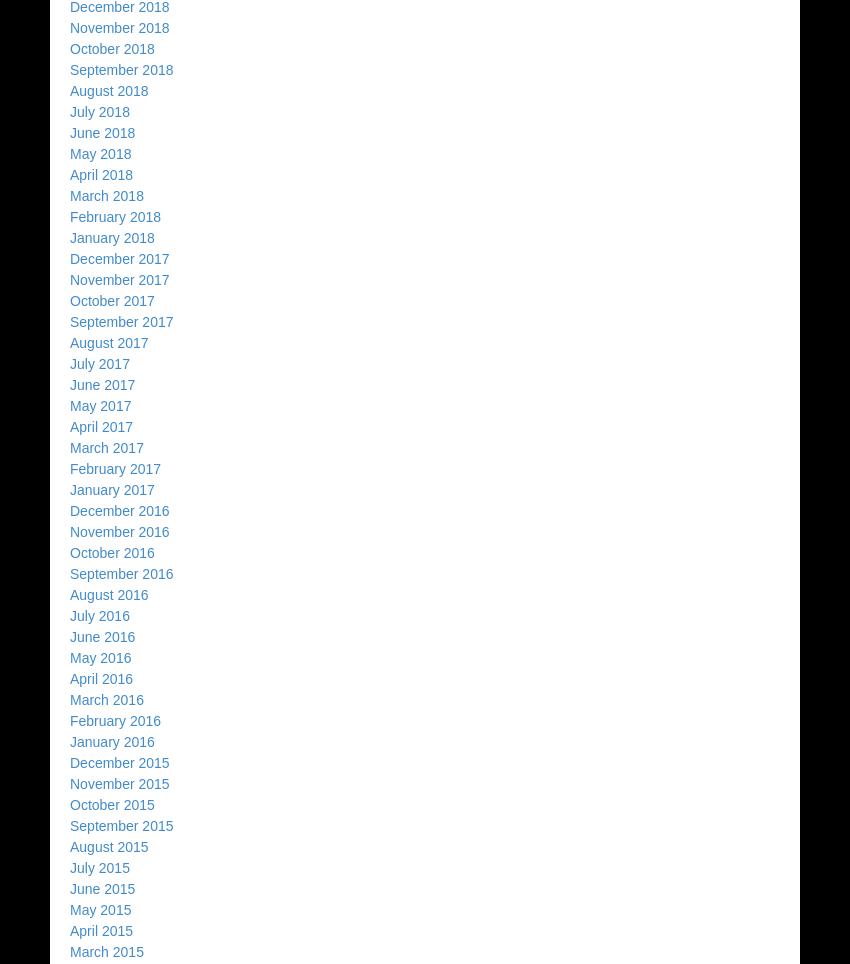 This screenshot has width=850, height=964. I want to click on 'December 2015', so click(118, 761).